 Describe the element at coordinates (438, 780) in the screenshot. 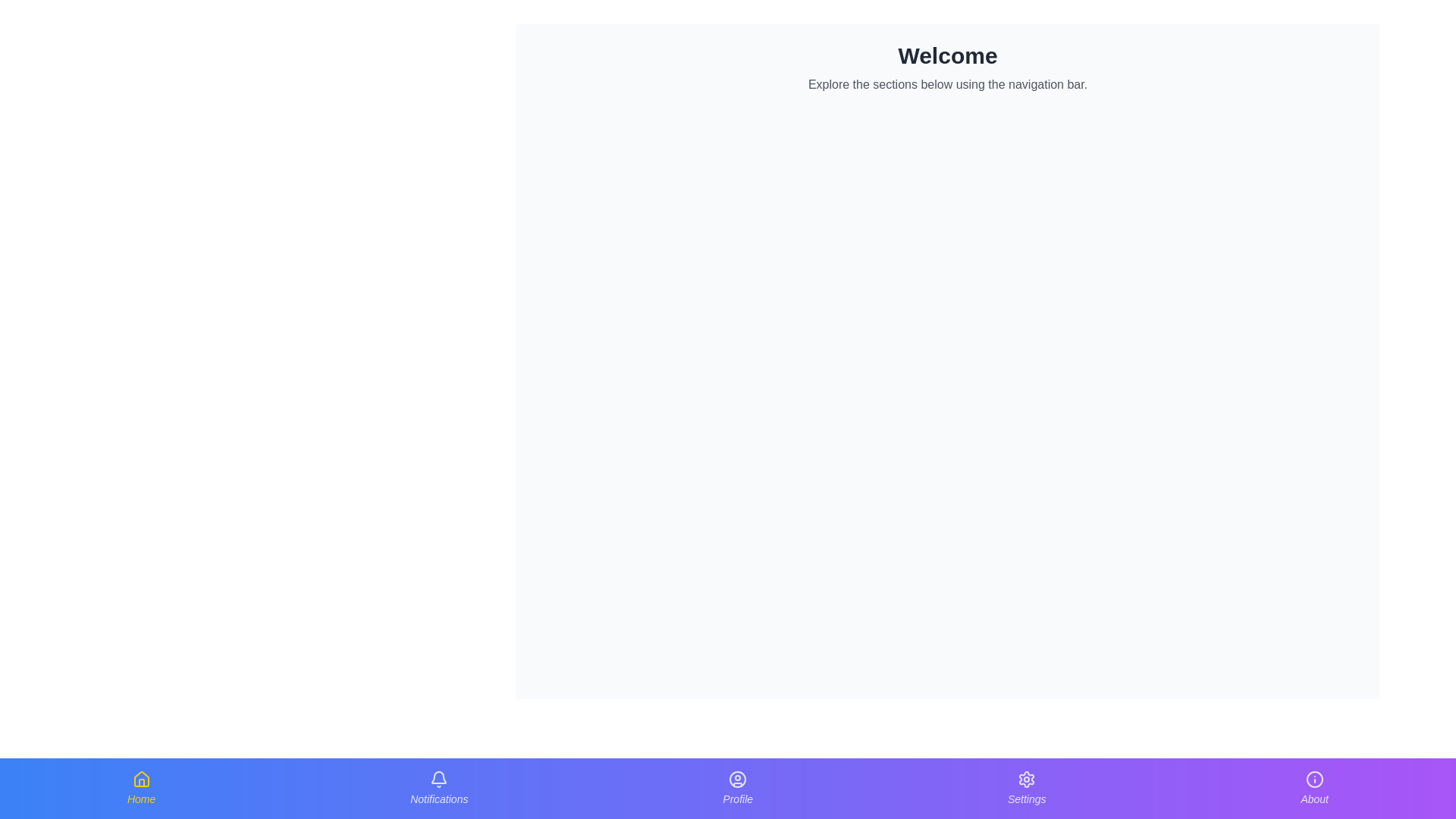

I see `the bell icon in the bottom navigation bar that represents the Notifications feature, which is located above the text label 'Notifications'` at that location.